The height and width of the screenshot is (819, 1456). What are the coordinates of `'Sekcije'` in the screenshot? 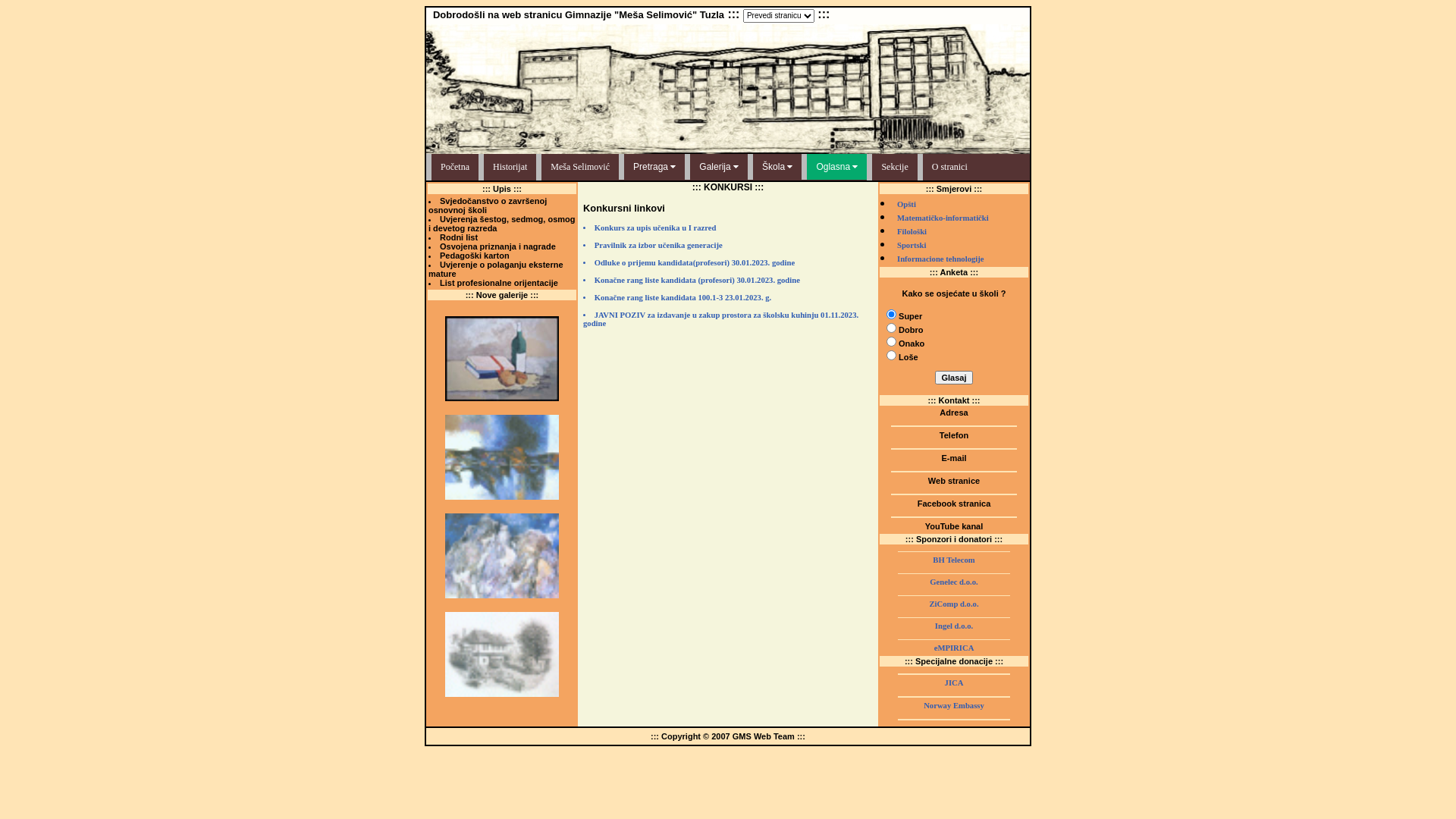 It's located at (892, 167).